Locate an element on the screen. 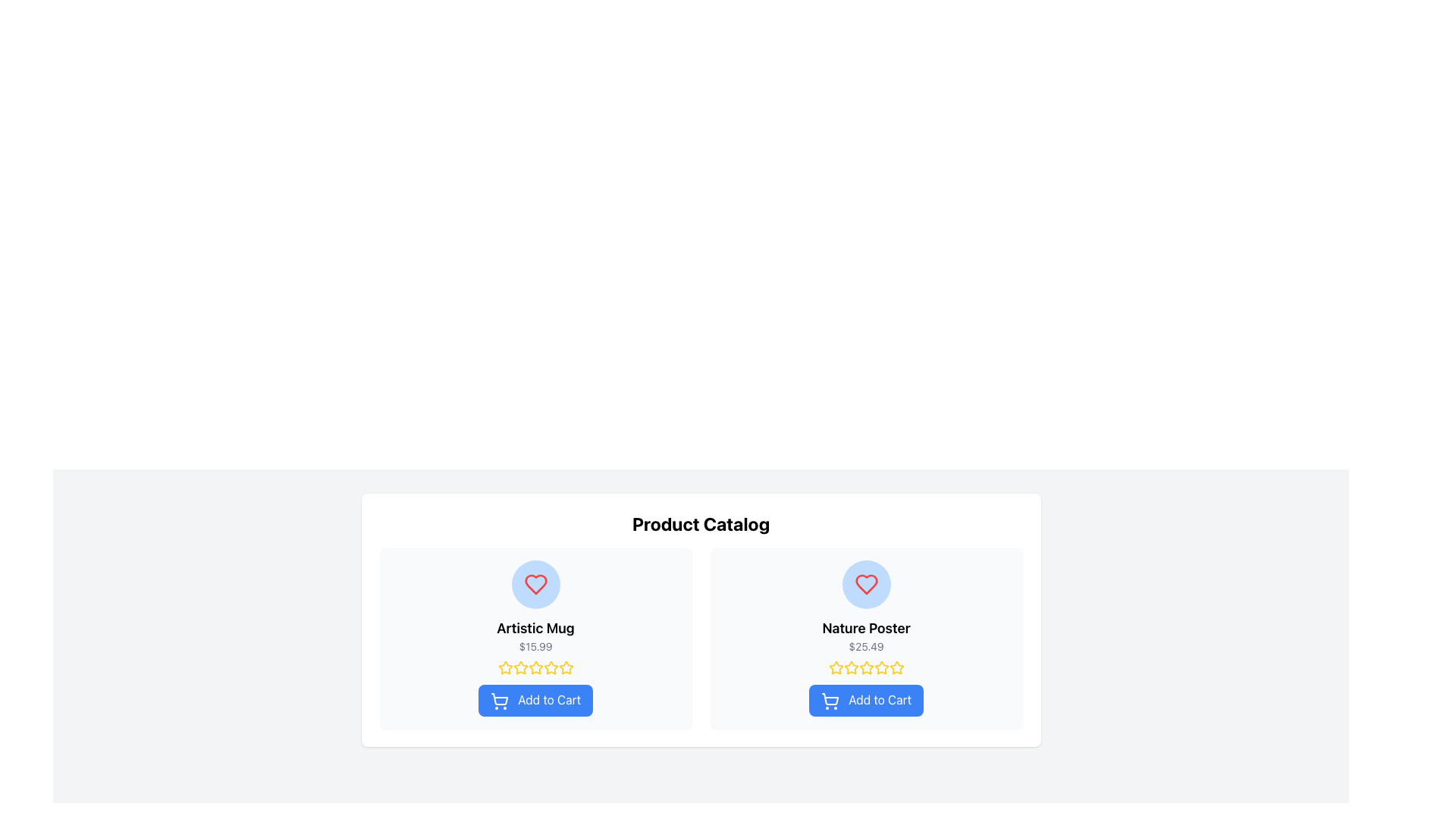 Image resolution: width=1456 pixels, height=819 pixels. the Text Label that serves as a section header for the product catalog, located at the top of the content area, directly above the grid of product cards is located at coordinates (700, 522).